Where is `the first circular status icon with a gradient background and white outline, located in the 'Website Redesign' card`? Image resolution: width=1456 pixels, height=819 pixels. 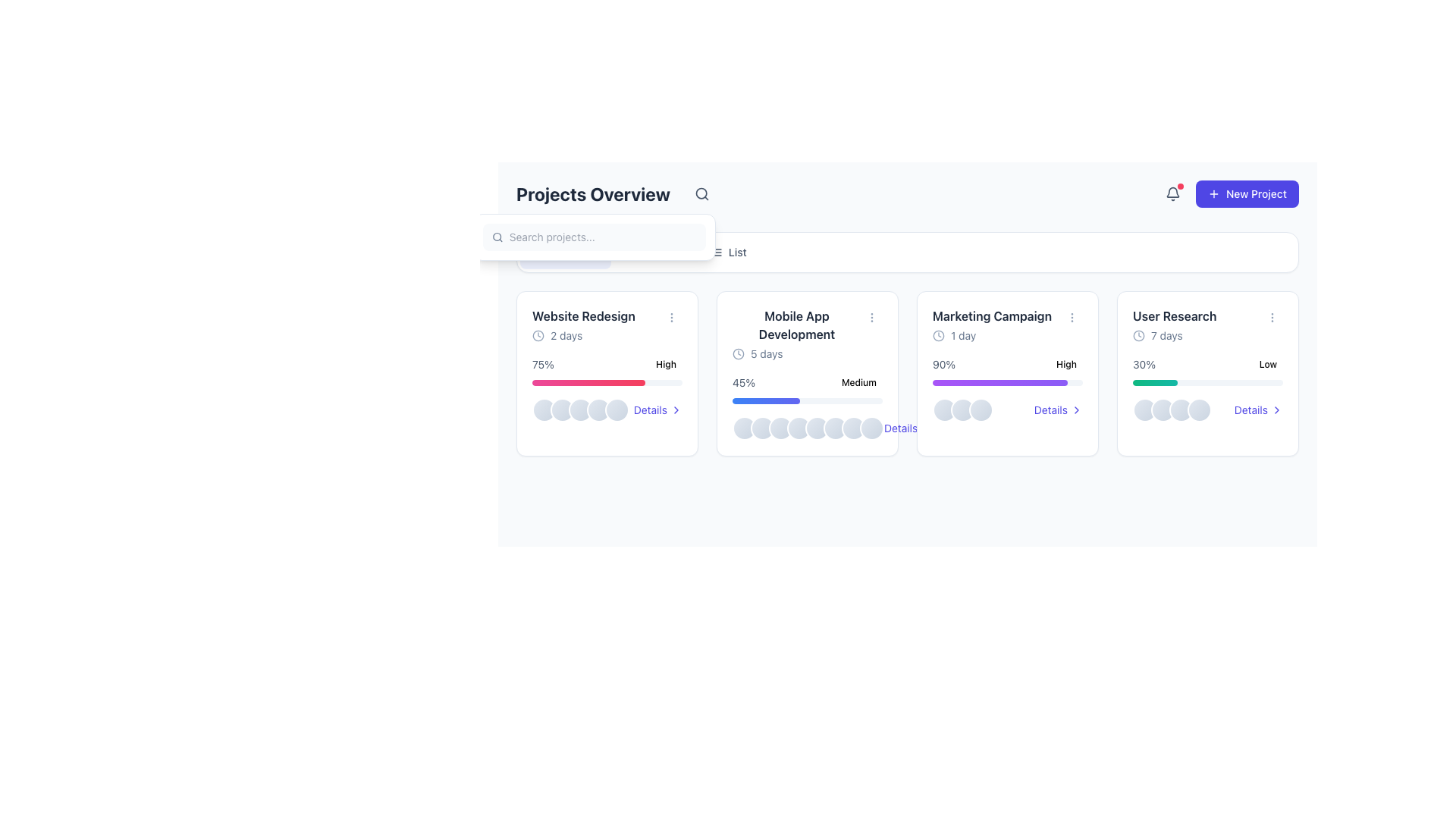
the first circular status icon with a gradient background and white outline, located in the 'Website Redesign' card is located at coordinates (544, 409).